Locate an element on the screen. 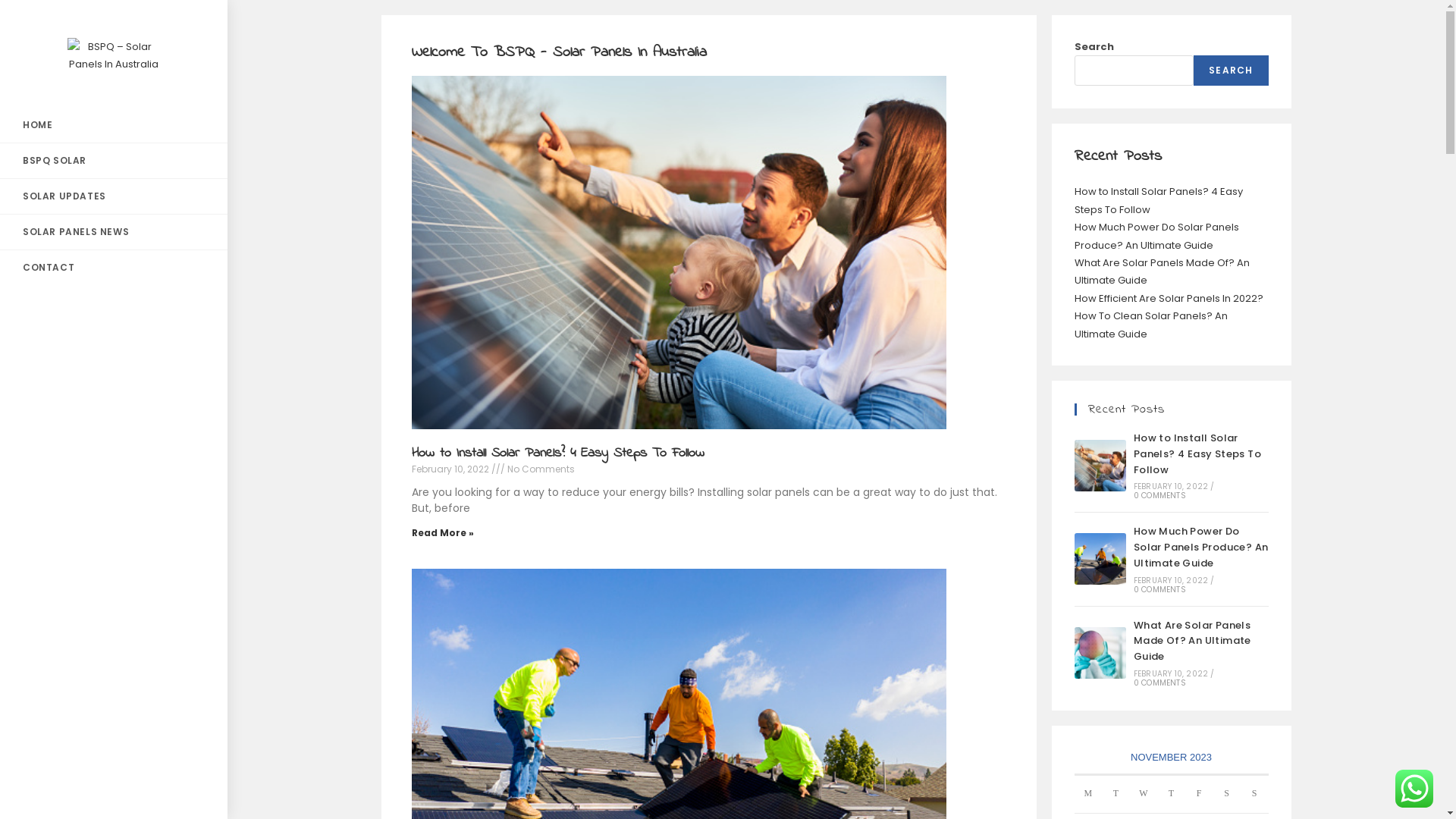 The width and height of the screenshot is (1456, 819). '0 COMMENTS' is located at coordinates (1133, 495).